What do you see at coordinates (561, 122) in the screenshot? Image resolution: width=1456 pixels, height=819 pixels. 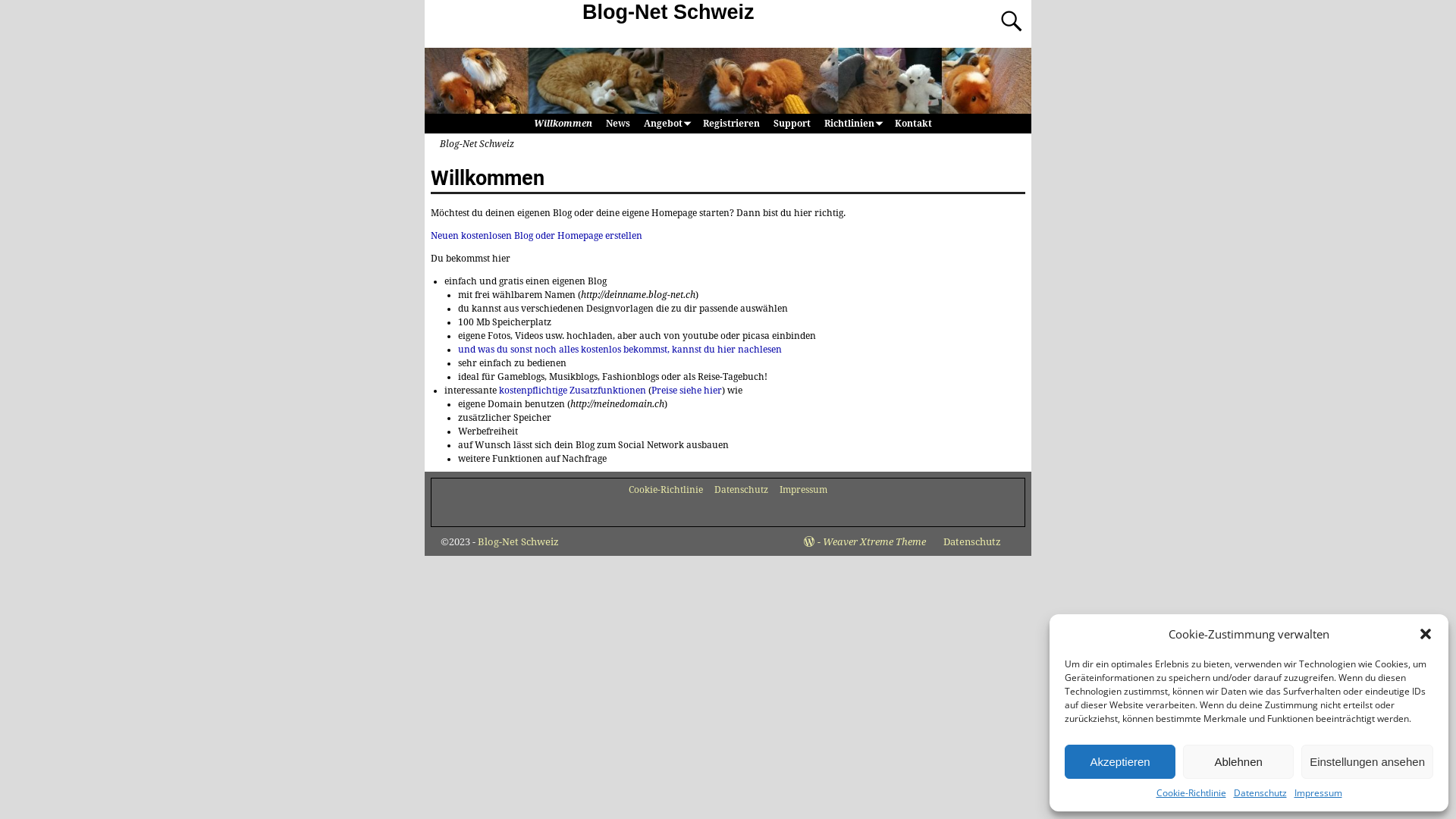 I see `'Willkommen'` at bounding box center [561, 122].